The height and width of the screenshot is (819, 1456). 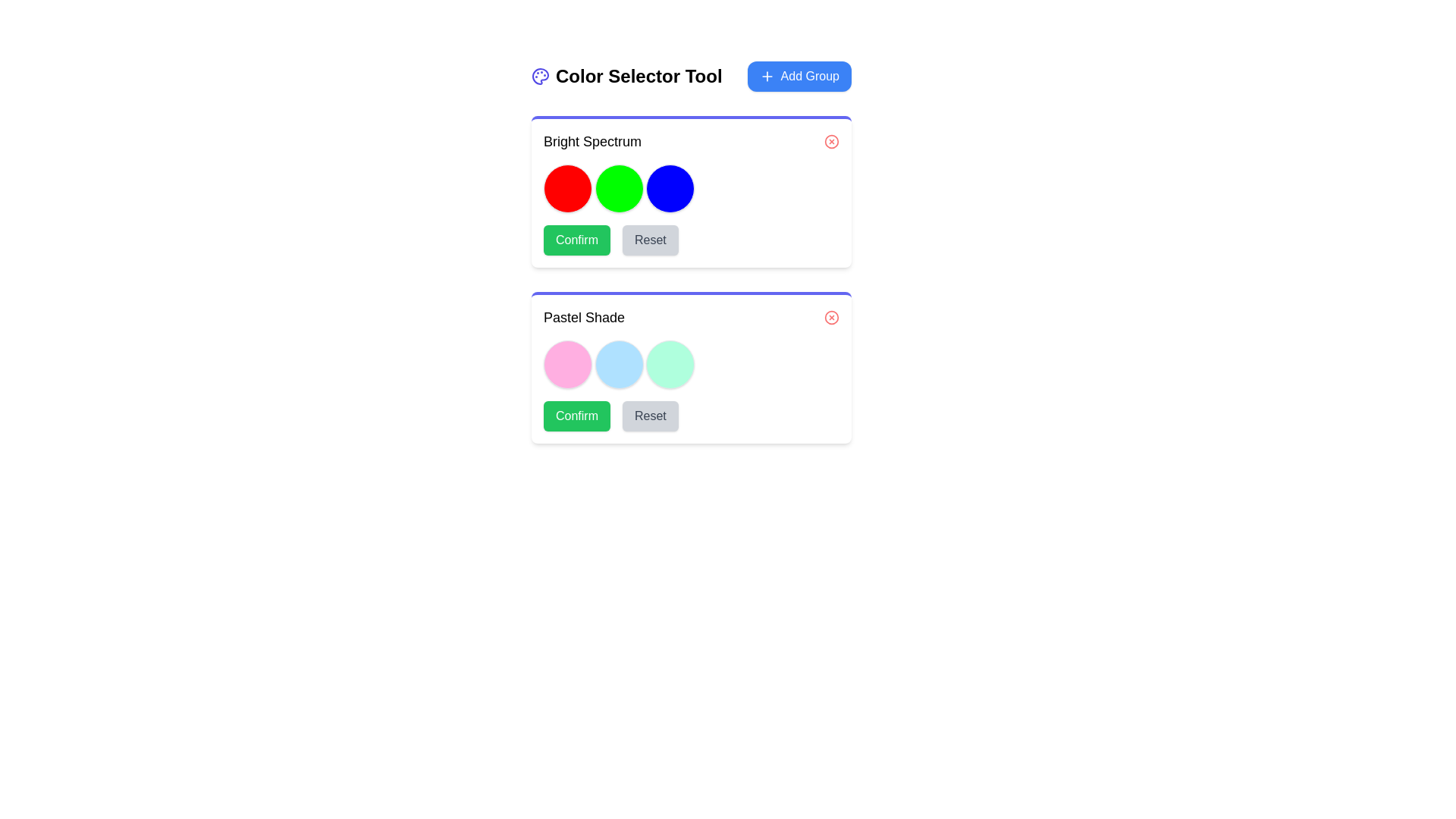 I want to click on the 'Add Group' icon located to the left of the 'Add Group' button, which visually indicates the functionality of adding a new item or group, so click(x=767, y=76).